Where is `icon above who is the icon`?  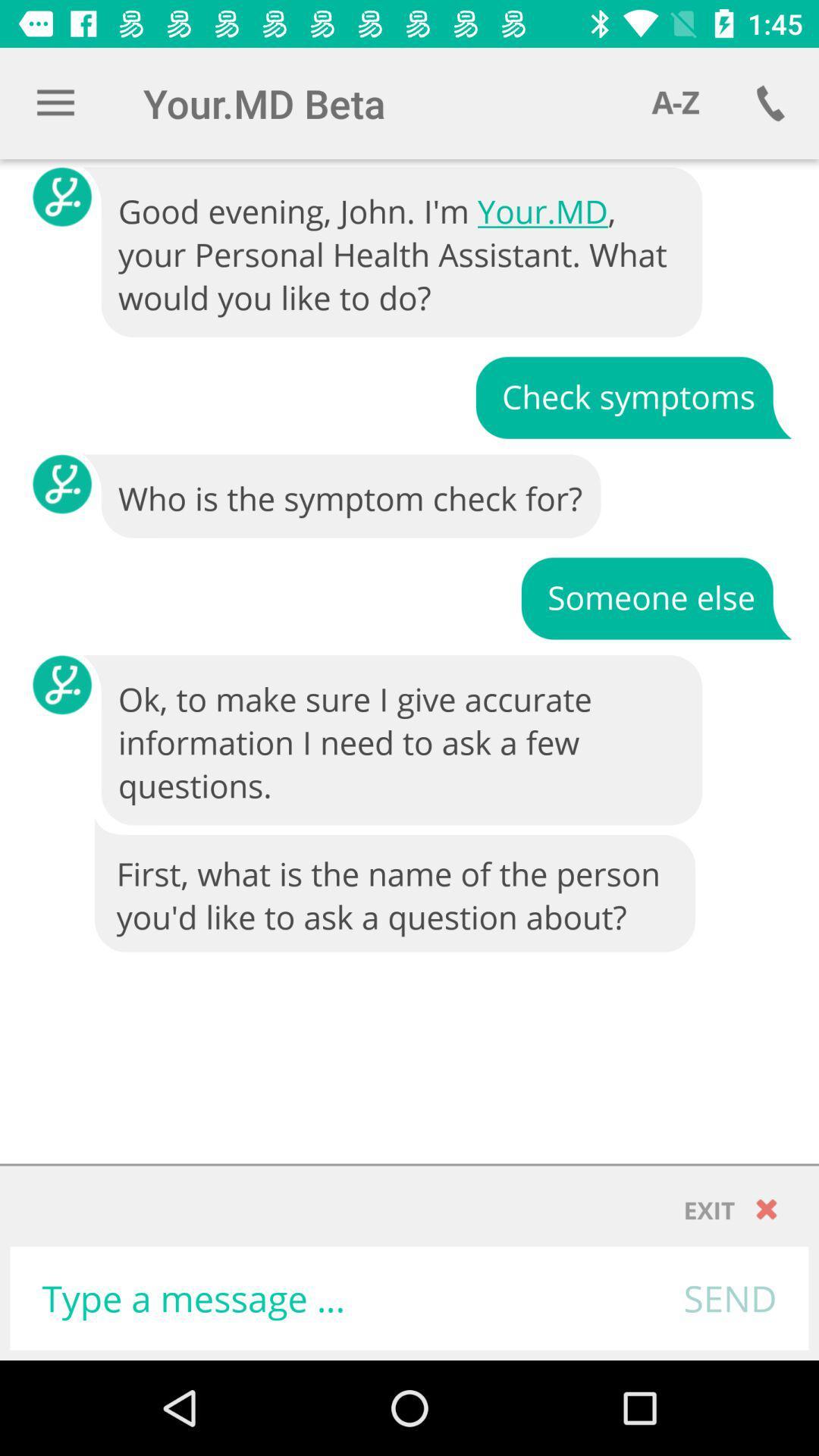
icon above who is the icon is located at coordinates (633, 397).